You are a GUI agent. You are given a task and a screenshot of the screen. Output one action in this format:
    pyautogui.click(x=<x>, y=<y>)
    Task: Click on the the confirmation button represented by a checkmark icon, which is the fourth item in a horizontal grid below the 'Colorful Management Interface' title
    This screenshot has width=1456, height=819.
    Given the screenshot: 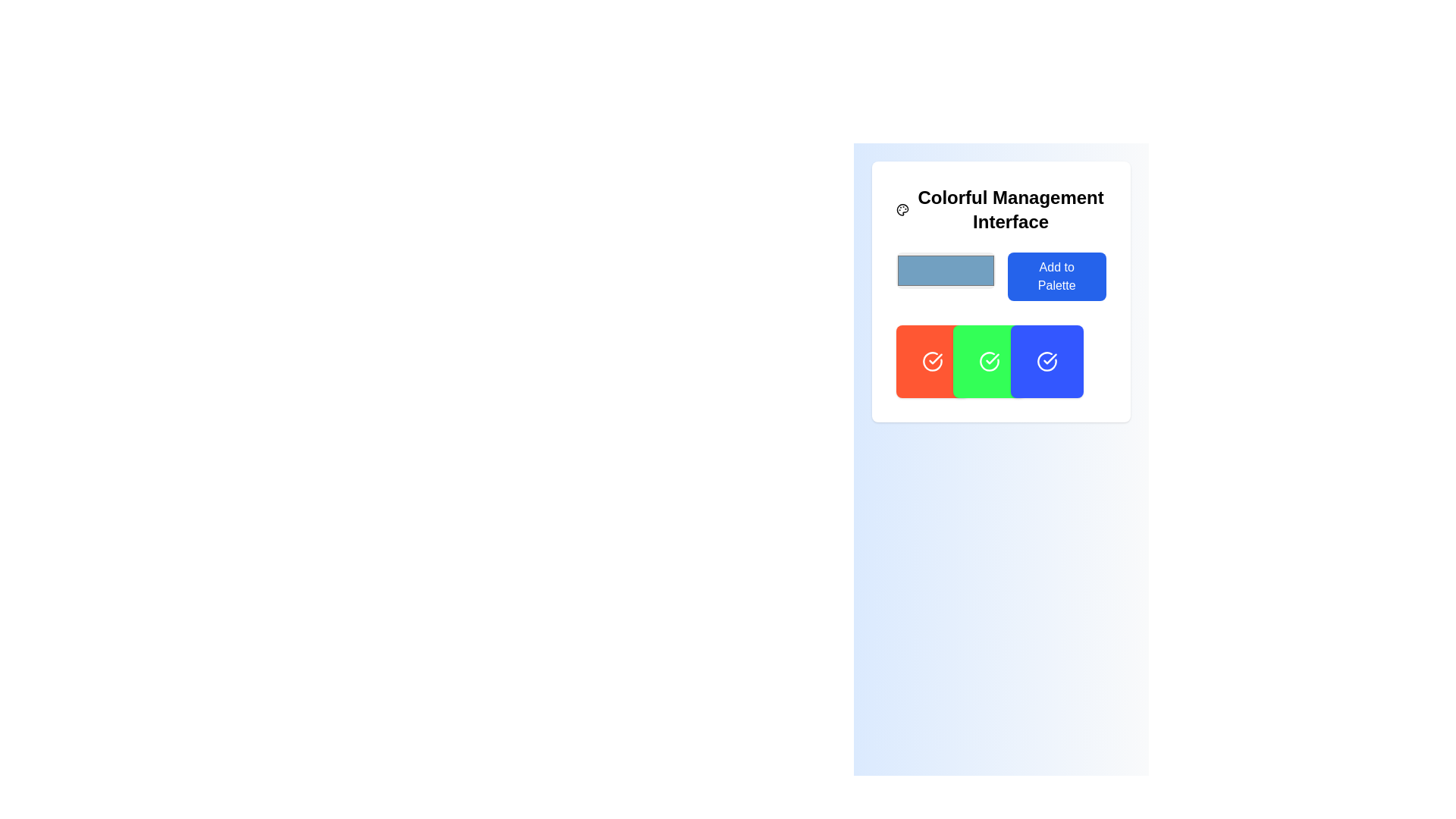 What is the action you would take?
    pyautogui.click(x=1046, y=362)
    